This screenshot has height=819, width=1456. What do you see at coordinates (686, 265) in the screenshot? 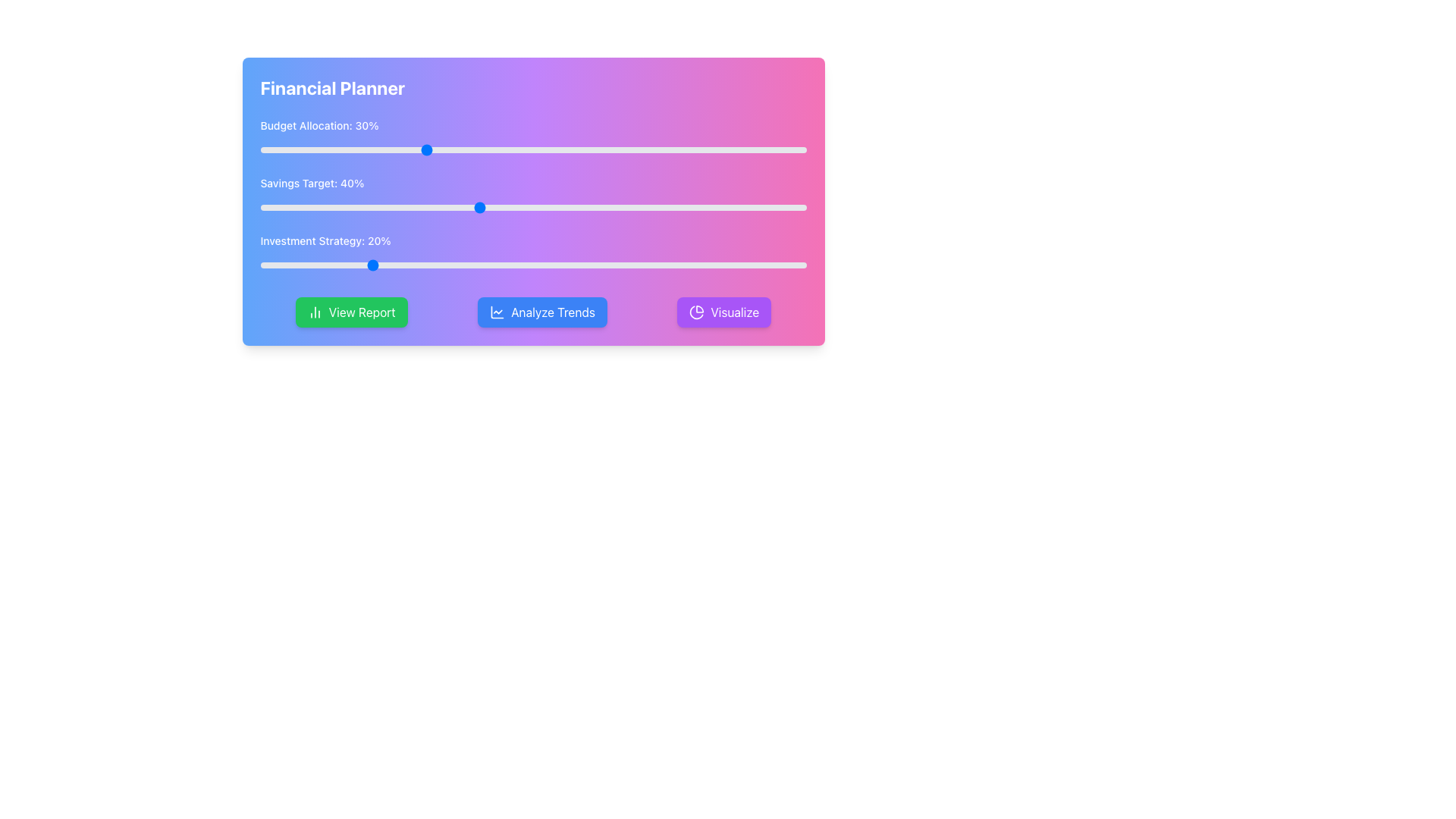
I see `investment strategy` at bounding box center [686, 265].